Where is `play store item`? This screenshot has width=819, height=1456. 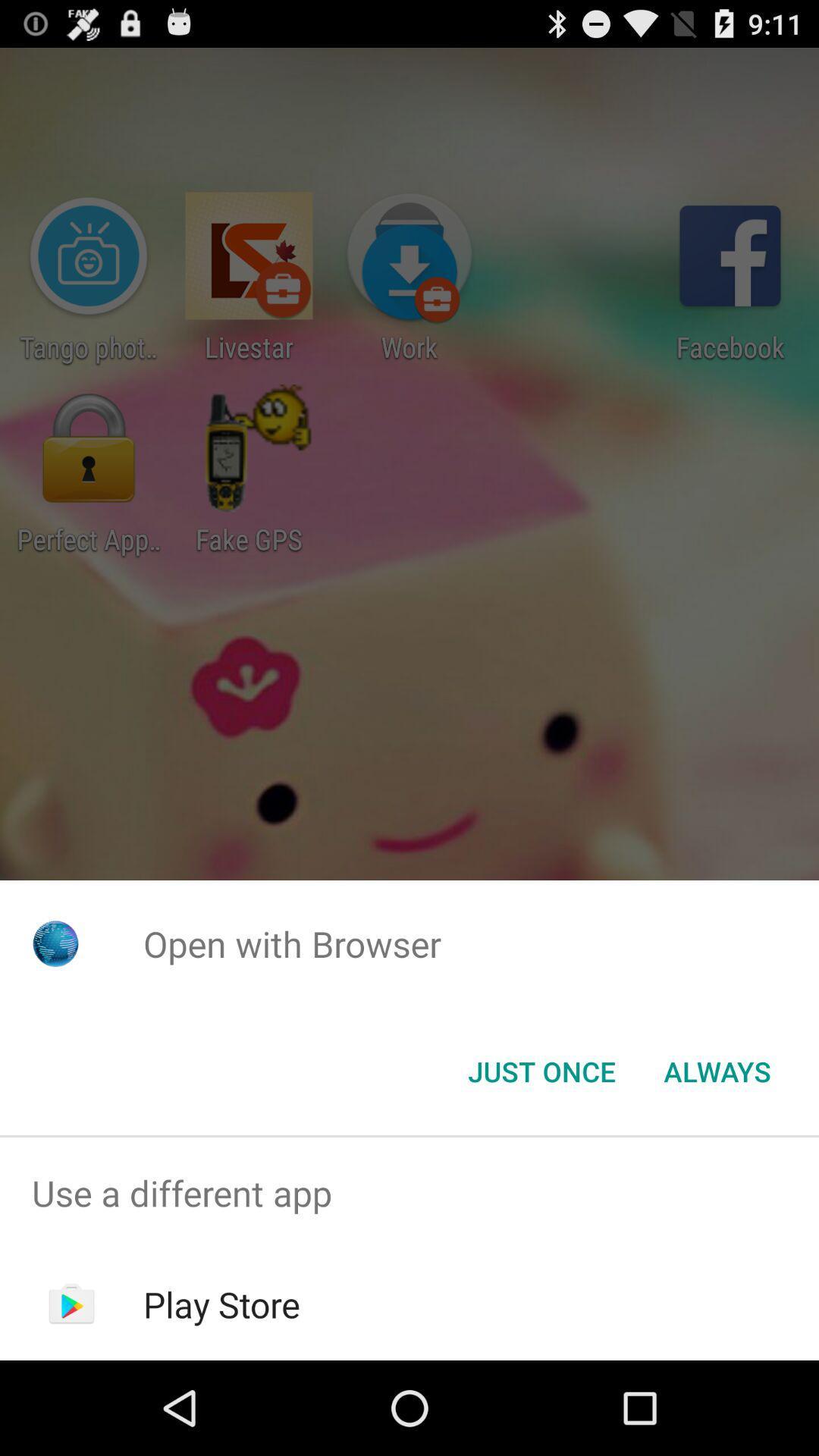 play store item is located at coordinates (221, 1304).